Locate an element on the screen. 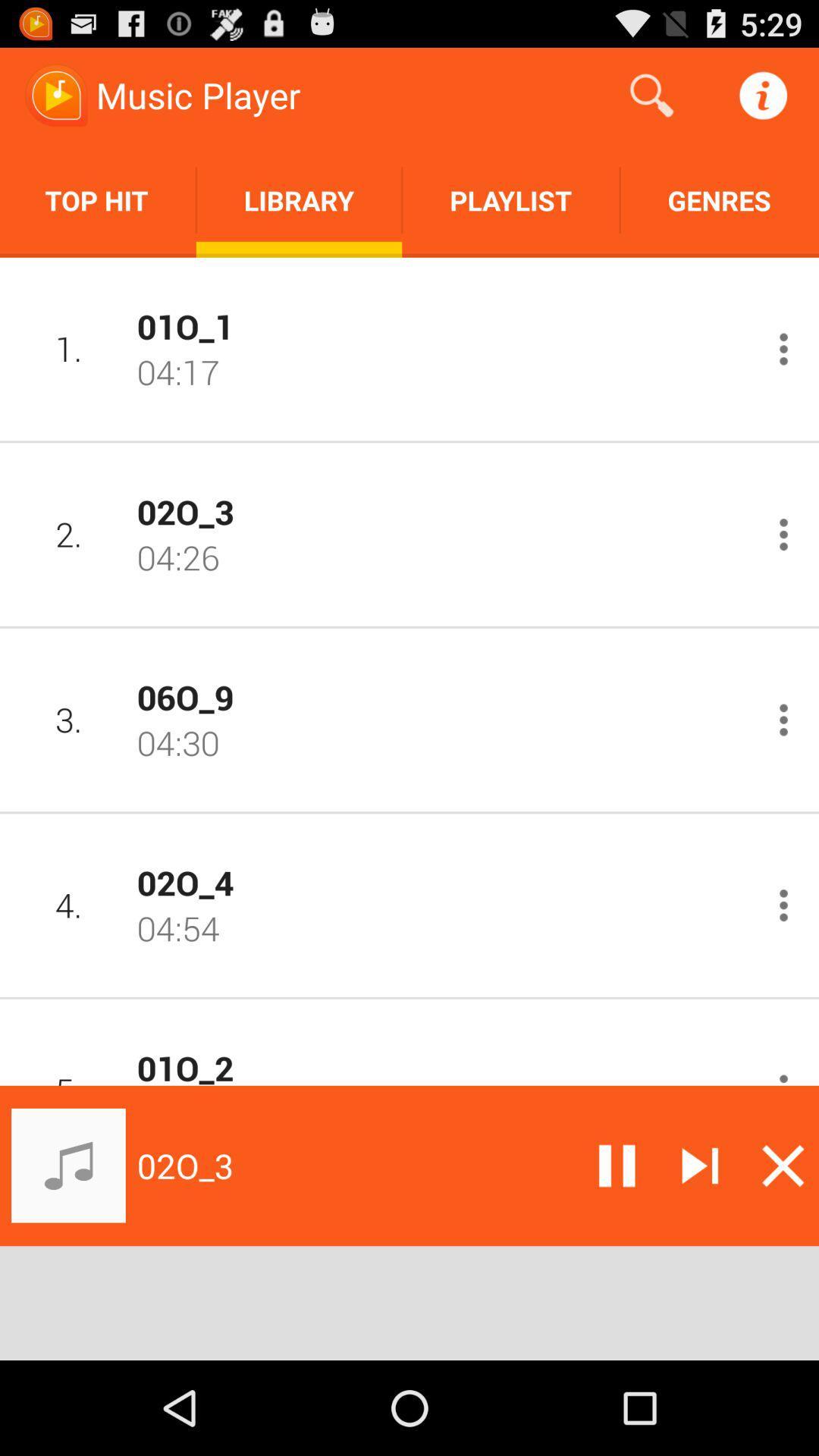  top hit item is located at coordinates (98, 199).